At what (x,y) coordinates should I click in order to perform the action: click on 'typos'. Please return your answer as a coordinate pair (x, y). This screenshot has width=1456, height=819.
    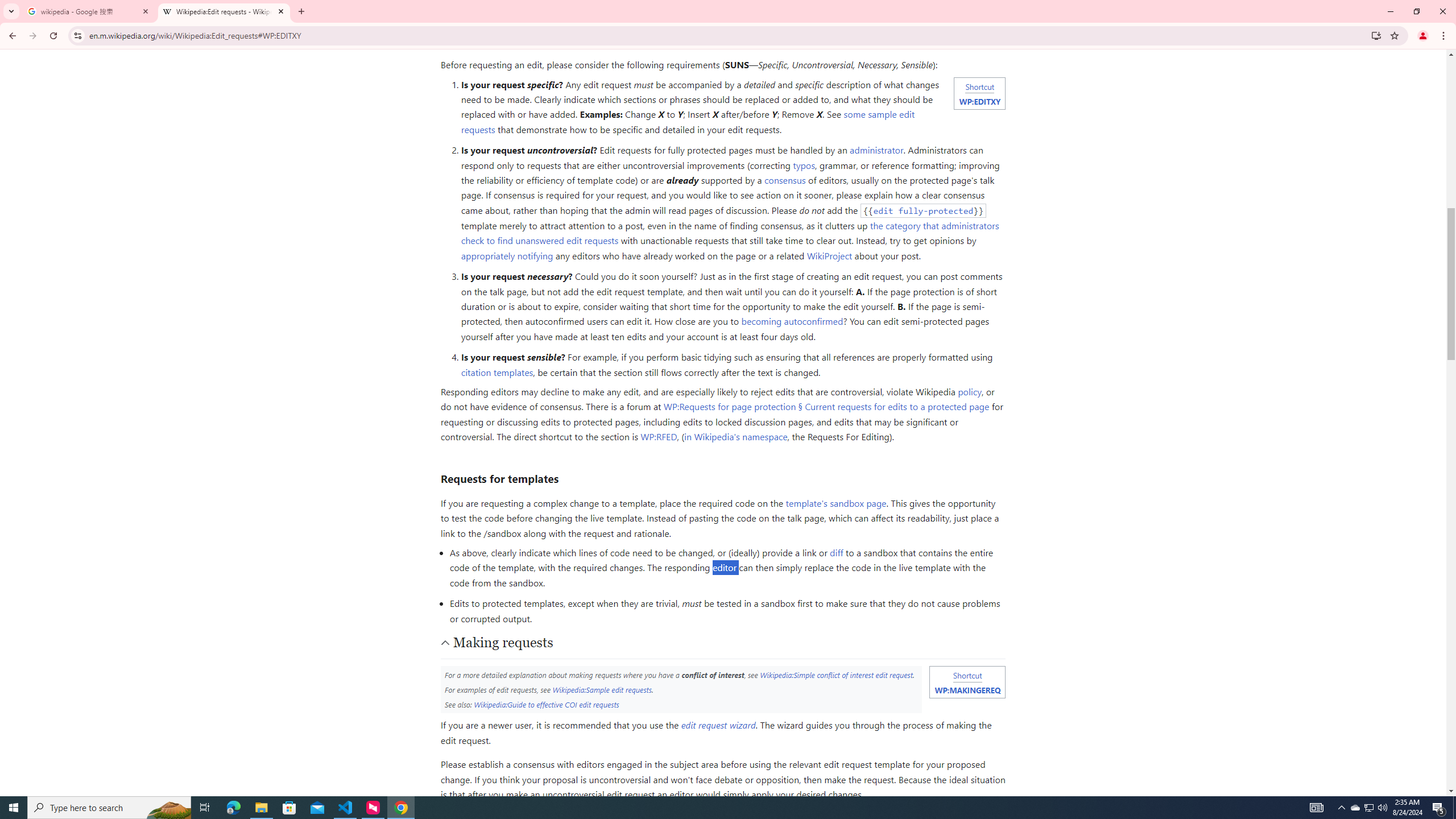
    Looking at the image, I should click on (804, 165).